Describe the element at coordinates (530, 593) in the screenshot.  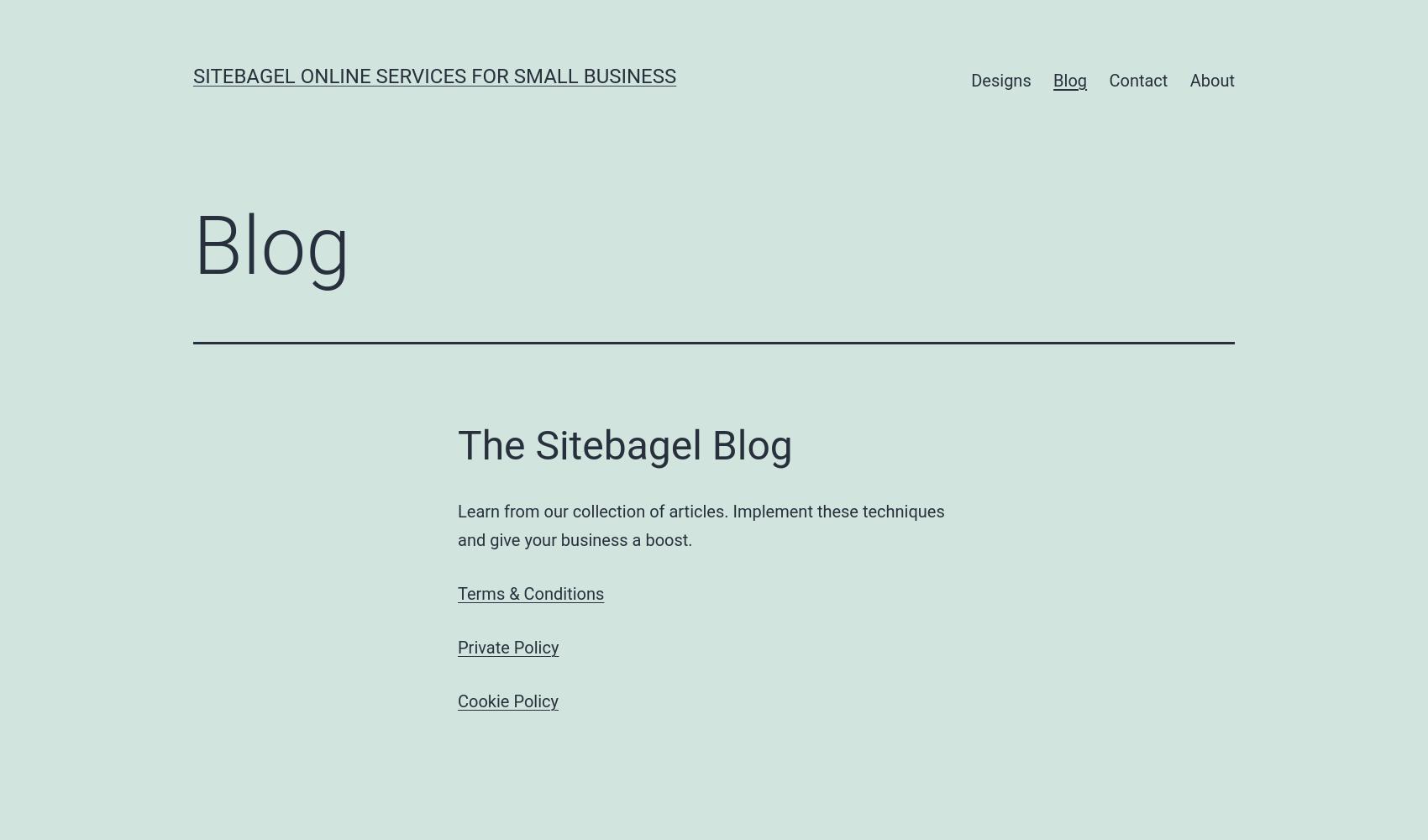
I see `'Terms & Conditions'` at that location.